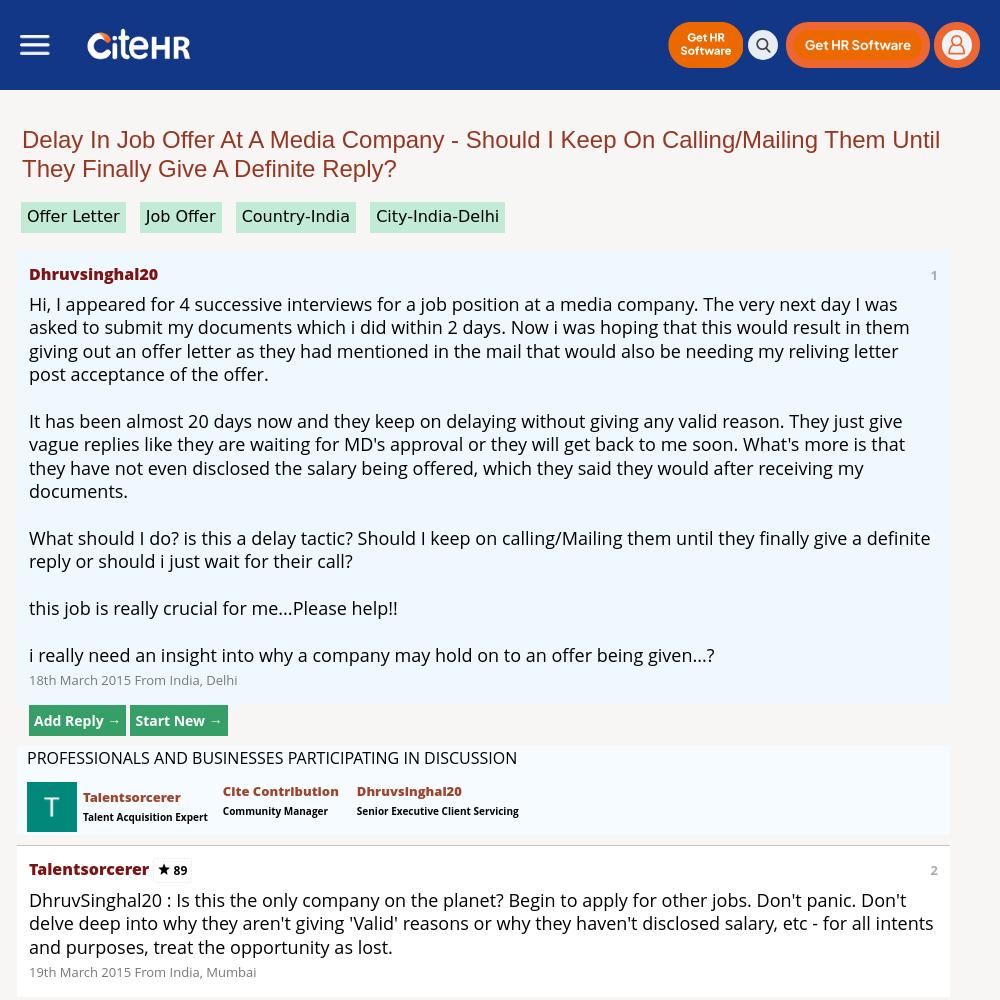 The height and width of the screenshot is (1000, 1000). What do you see at coordinates (178, 868) in the screenshot?
I see `'89'` at bounding box center [178, 868].